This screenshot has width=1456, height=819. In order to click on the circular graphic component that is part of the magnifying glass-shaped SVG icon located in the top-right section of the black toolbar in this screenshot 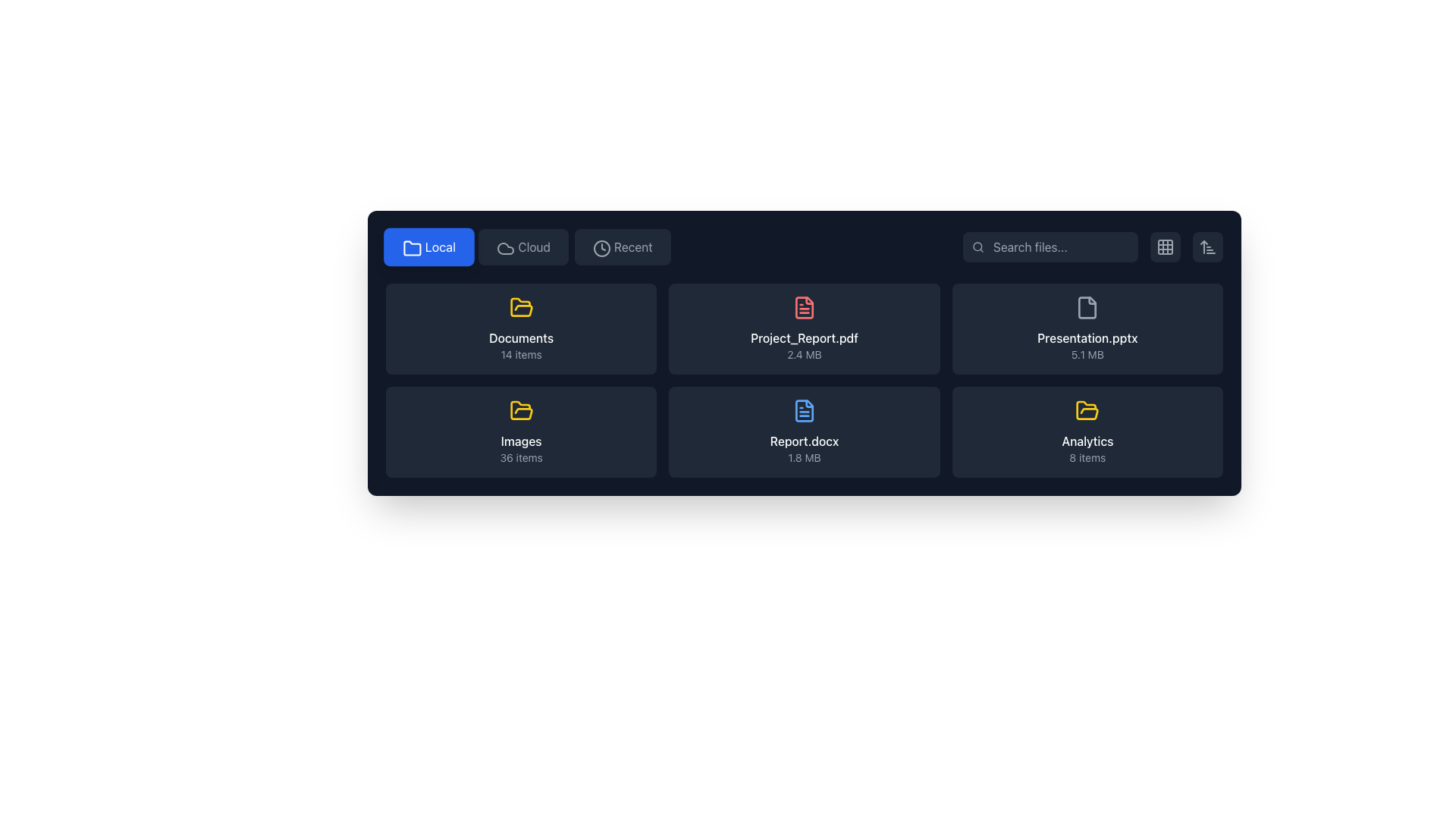, I will do `click(977, 246)`.